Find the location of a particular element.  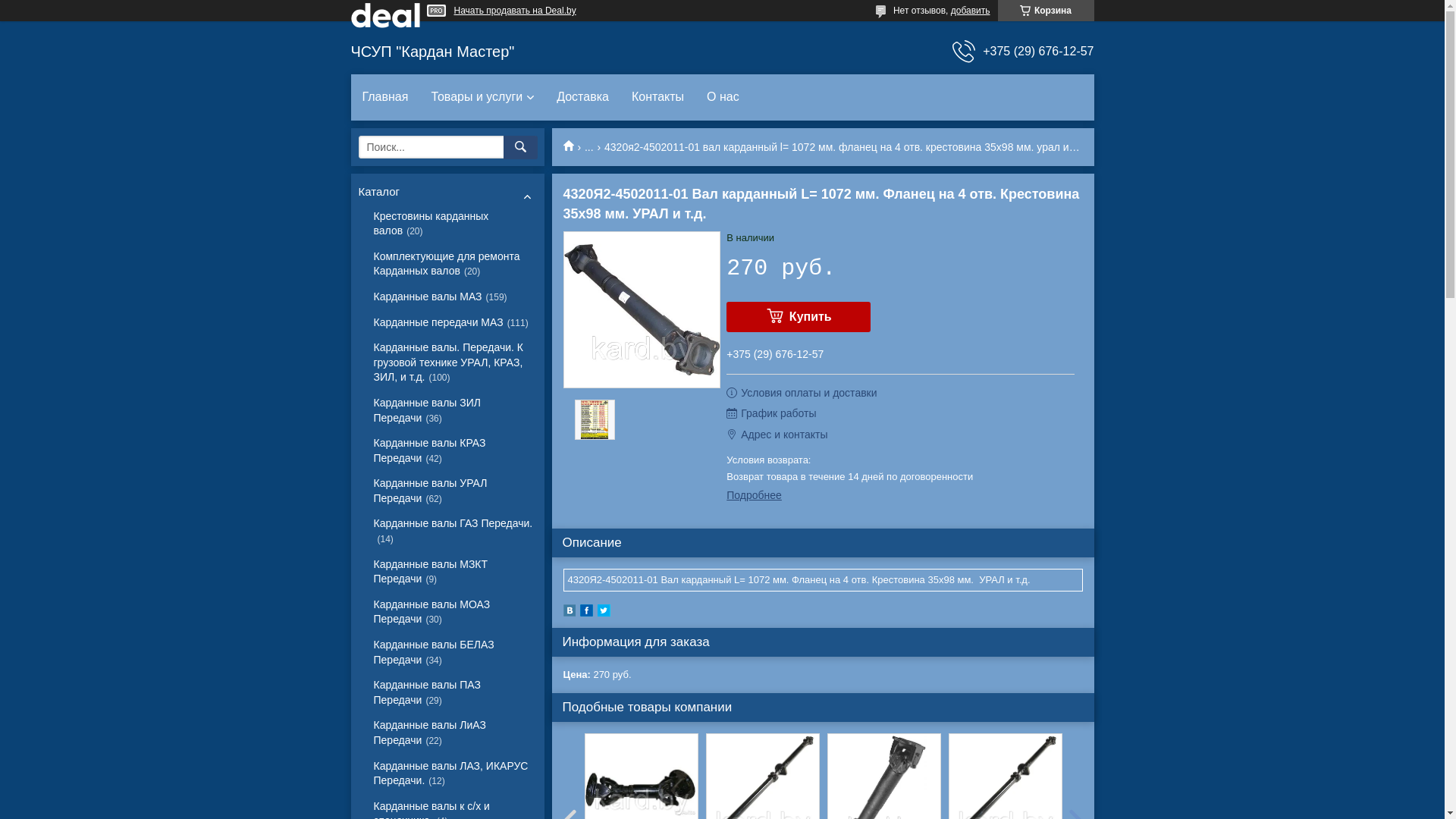

'twitter' is located at coordinates (603, 612).